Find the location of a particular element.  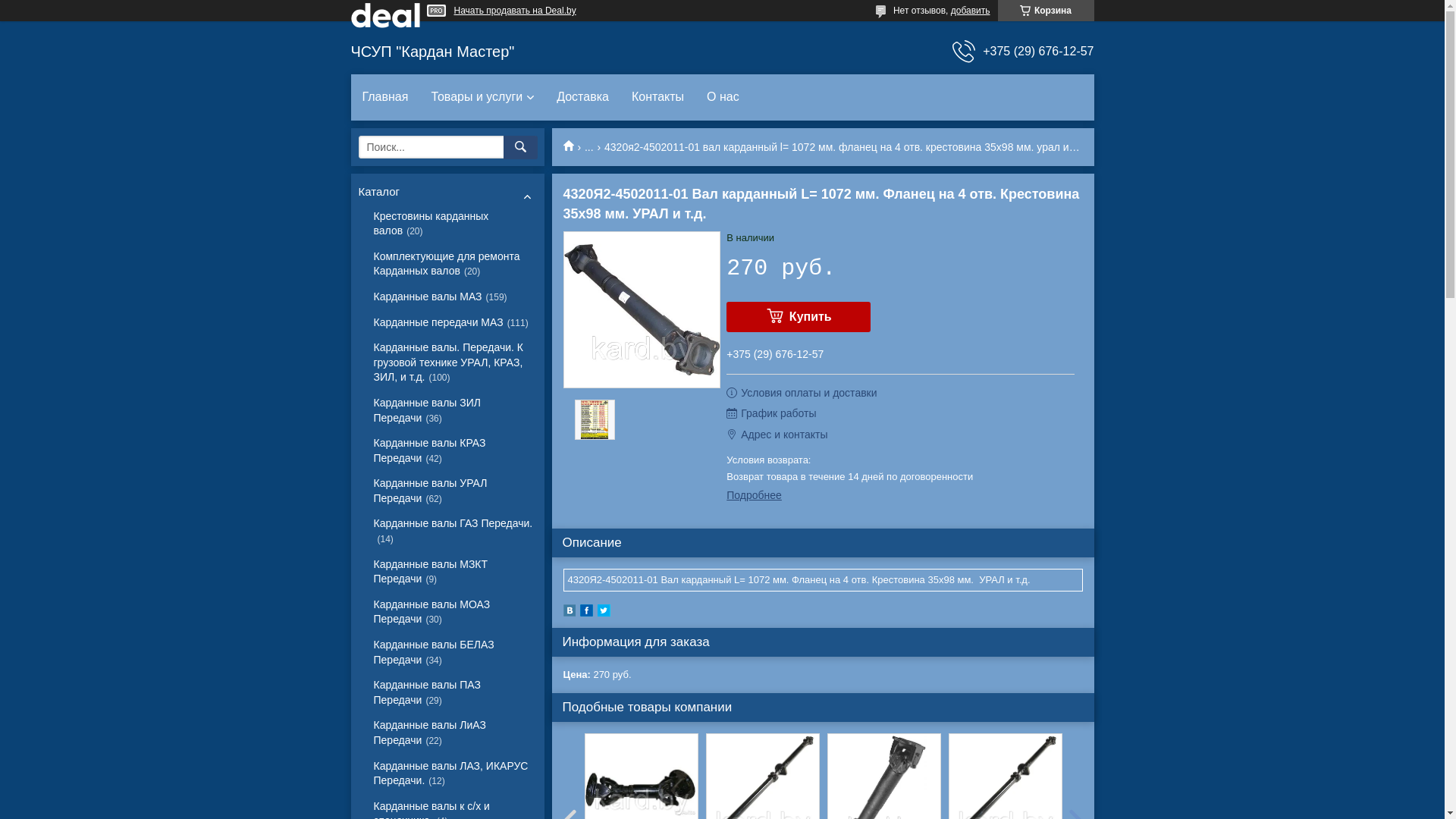

'twitter' is located at coordinates (603, 612).